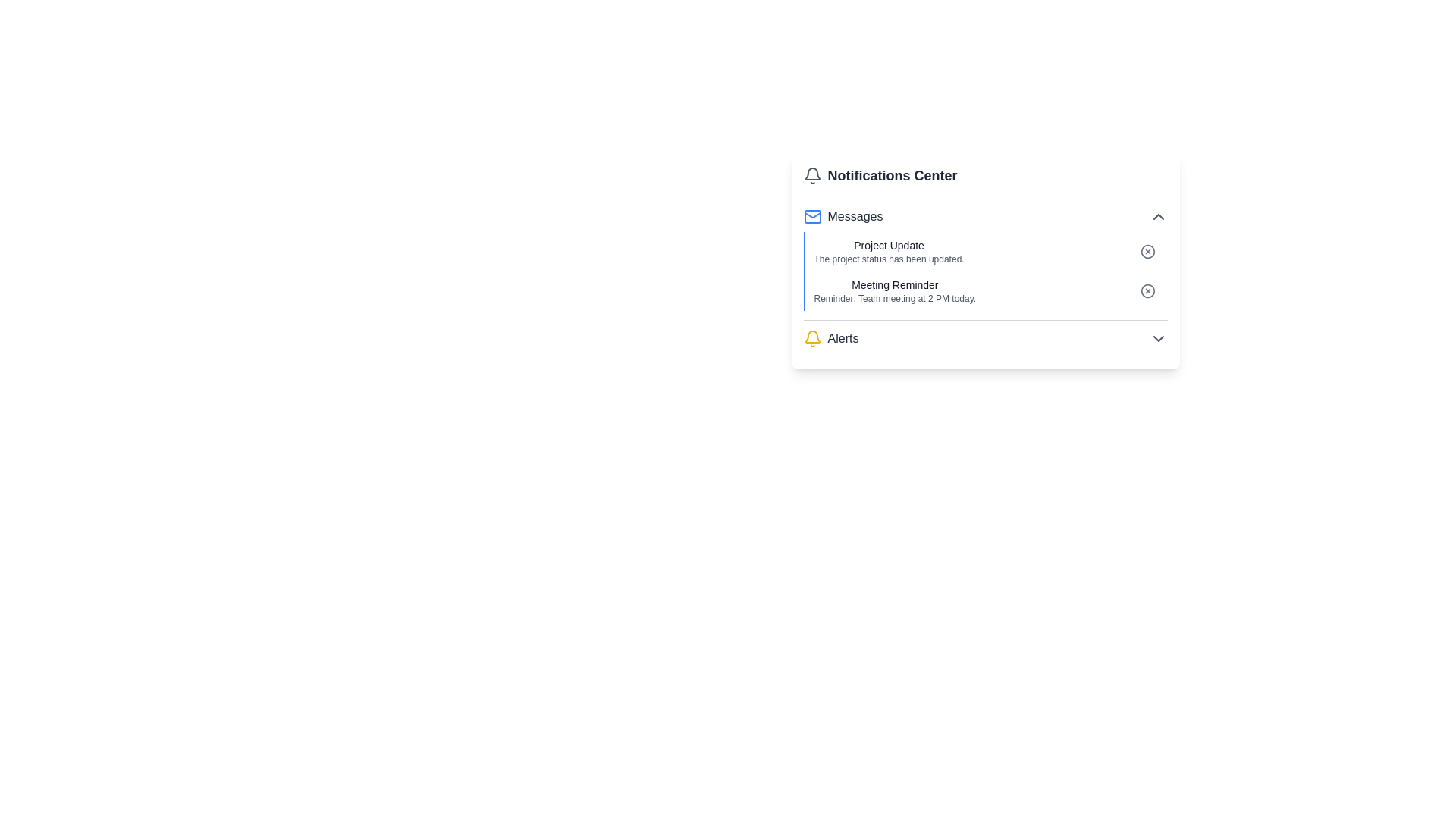 The width and height of the screenshot is (1456, 819). I want to click on the notifications icon located to the left of the 'Notifications Center' title in the header section, so click(811, 174).